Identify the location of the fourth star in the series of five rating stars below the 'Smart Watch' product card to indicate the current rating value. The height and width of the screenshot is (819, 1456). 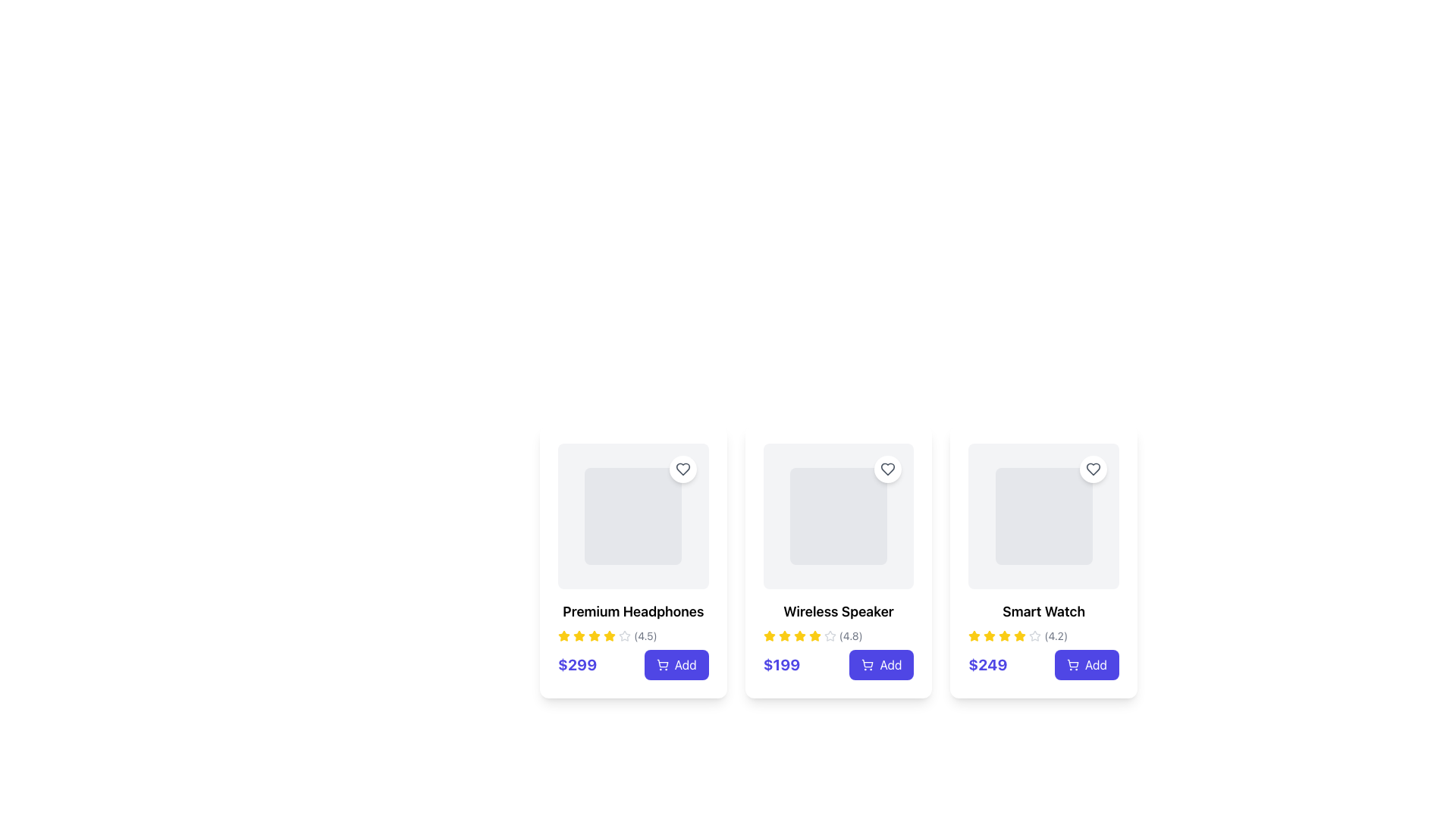
(1005, 636).